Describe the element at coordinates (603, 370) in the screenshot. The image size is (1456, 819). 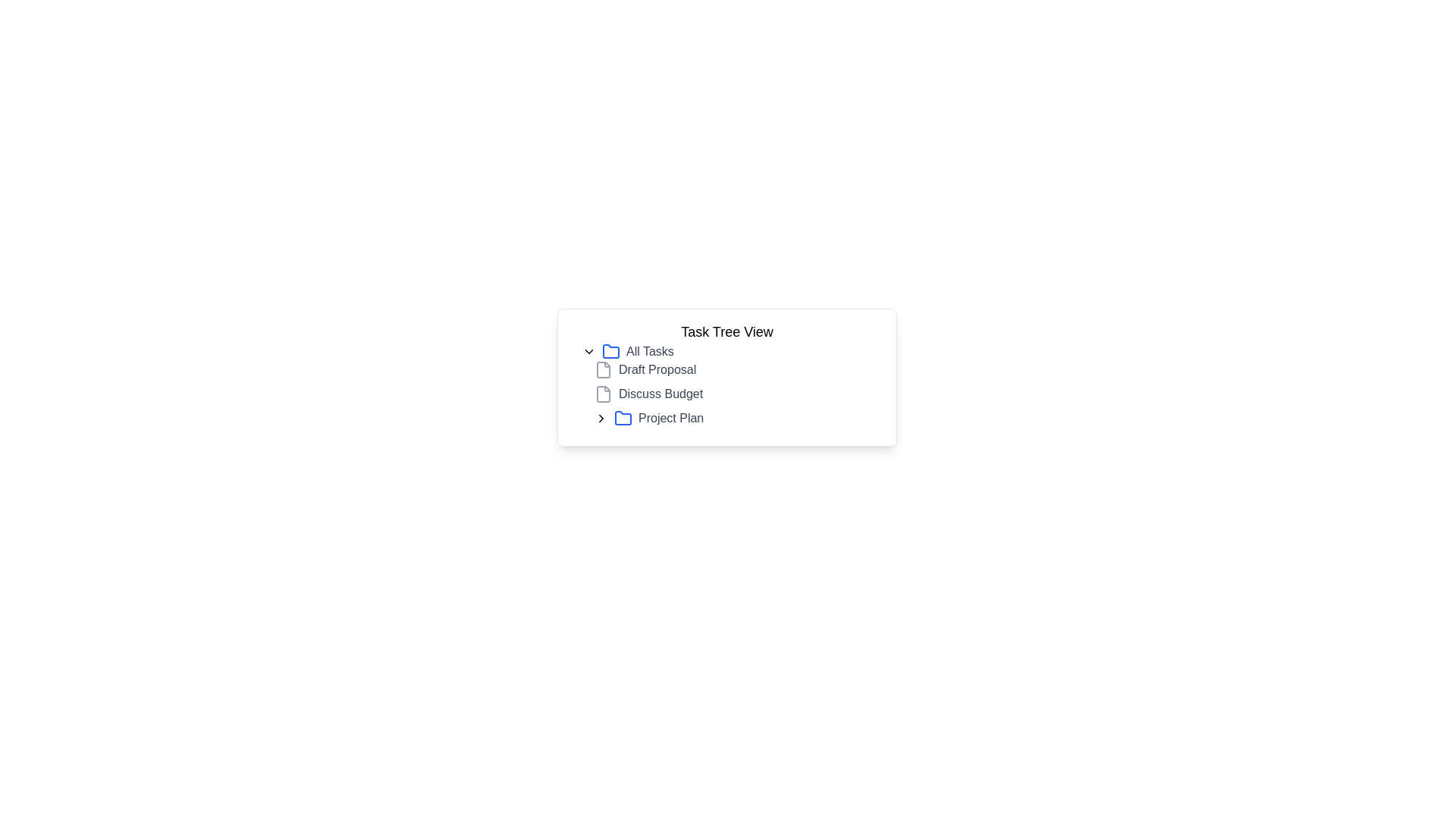
I see `the document icon representing the 'Draft Proposal' item in the task tree` at that location.